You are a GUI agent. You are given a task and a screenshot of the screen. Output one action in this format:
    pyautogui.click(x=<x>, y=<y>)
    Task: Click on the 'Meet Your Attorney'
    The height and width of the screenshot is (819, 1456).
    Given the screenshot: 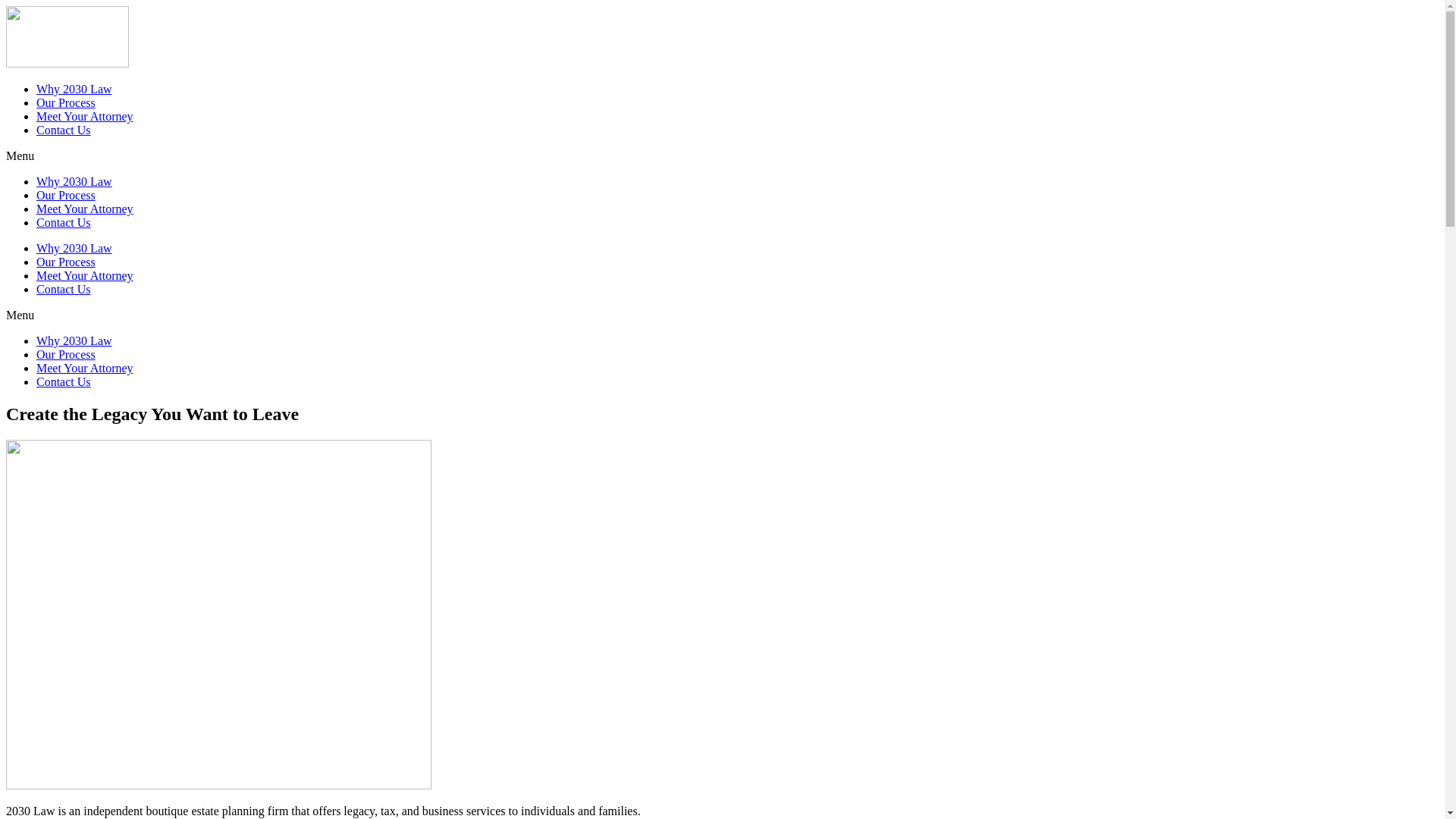 What is the action you would take?
    pyautogui.click(x=83, y=275)
    